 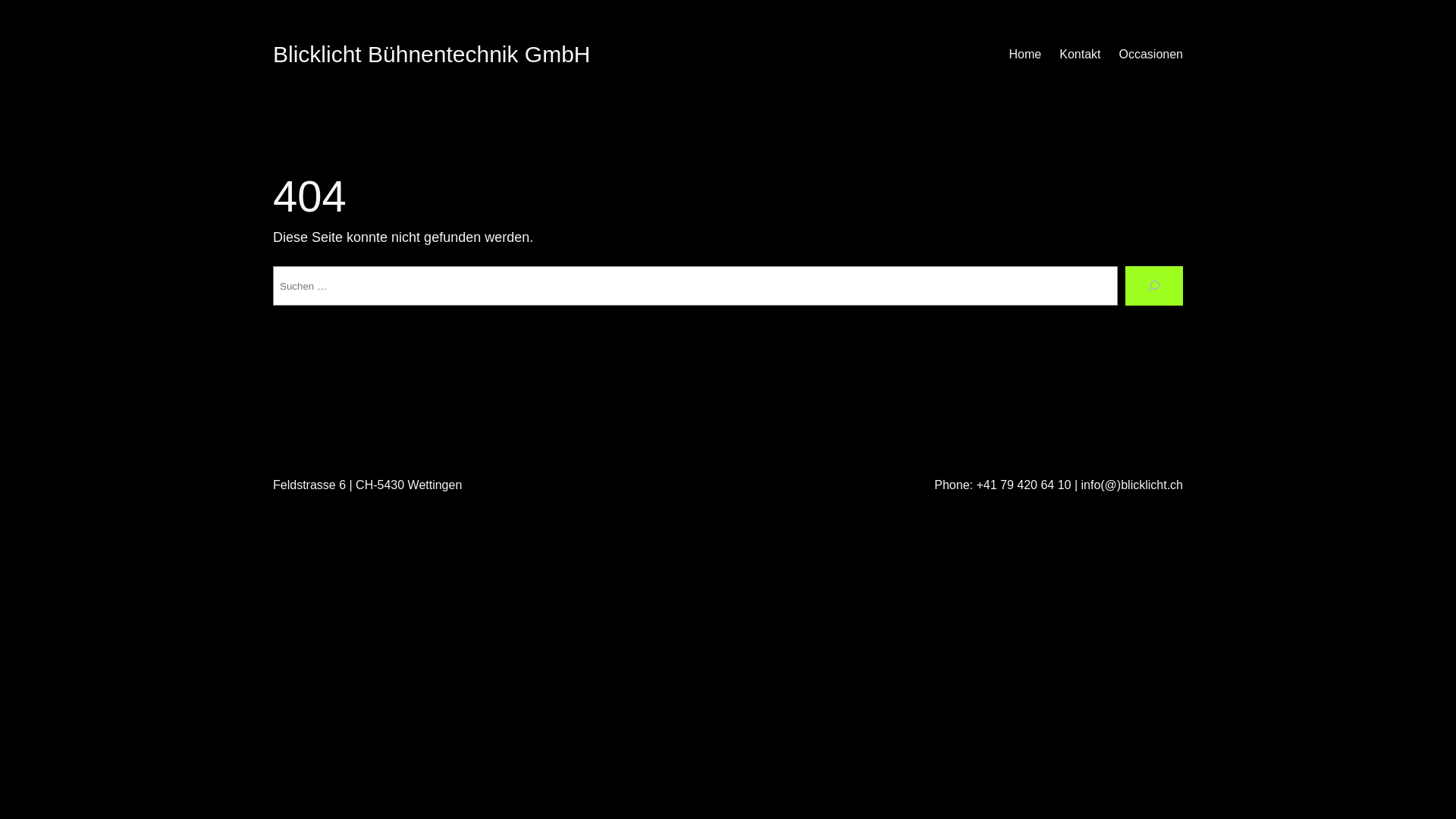 What do you see at coordinates (1151, 54) in the screenshot?
I see `'Occasionen'` at bounding box center [1151, 54].